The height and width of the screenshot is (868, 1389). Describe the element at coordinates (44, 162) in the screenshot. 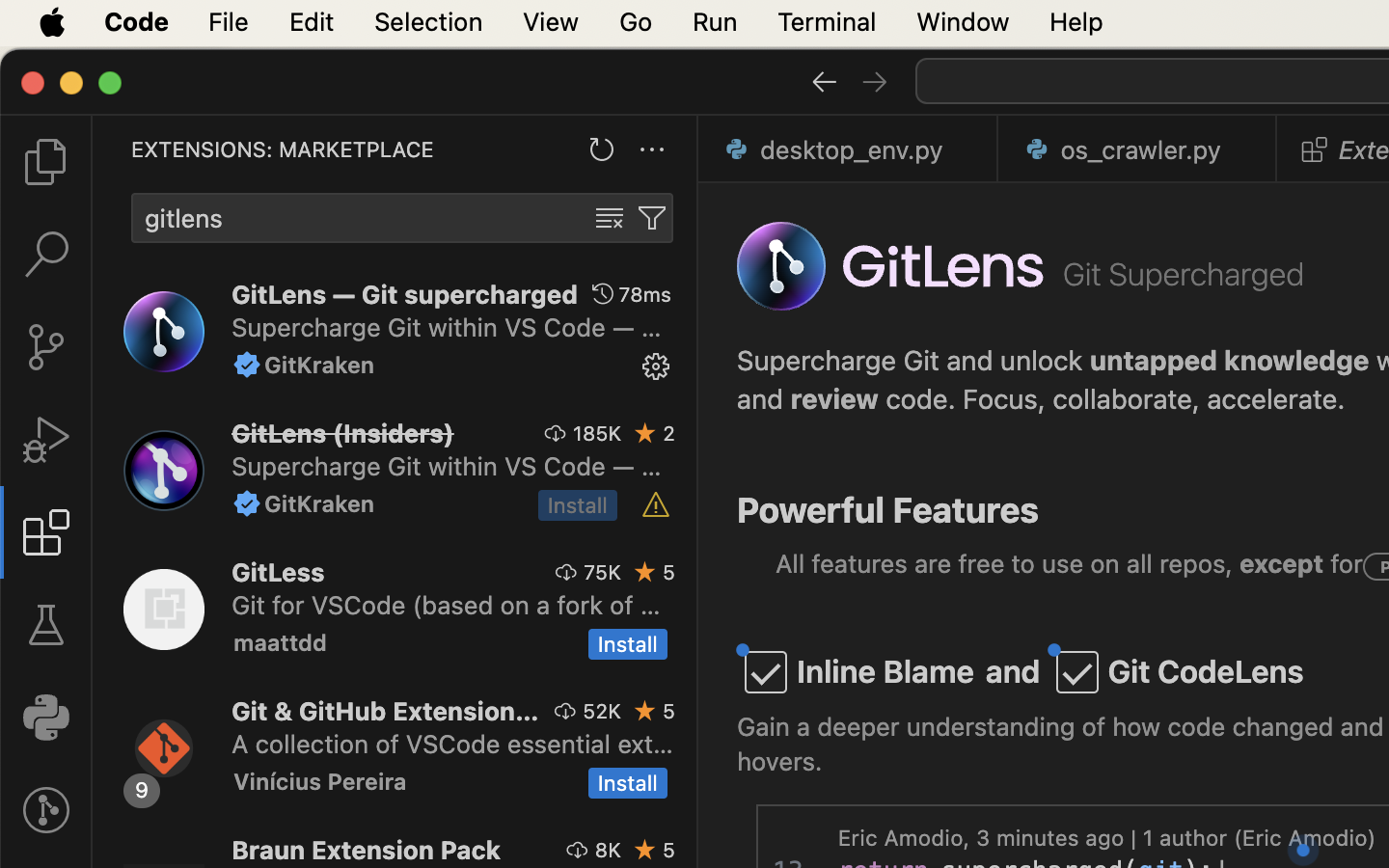

I see `''` at that location.